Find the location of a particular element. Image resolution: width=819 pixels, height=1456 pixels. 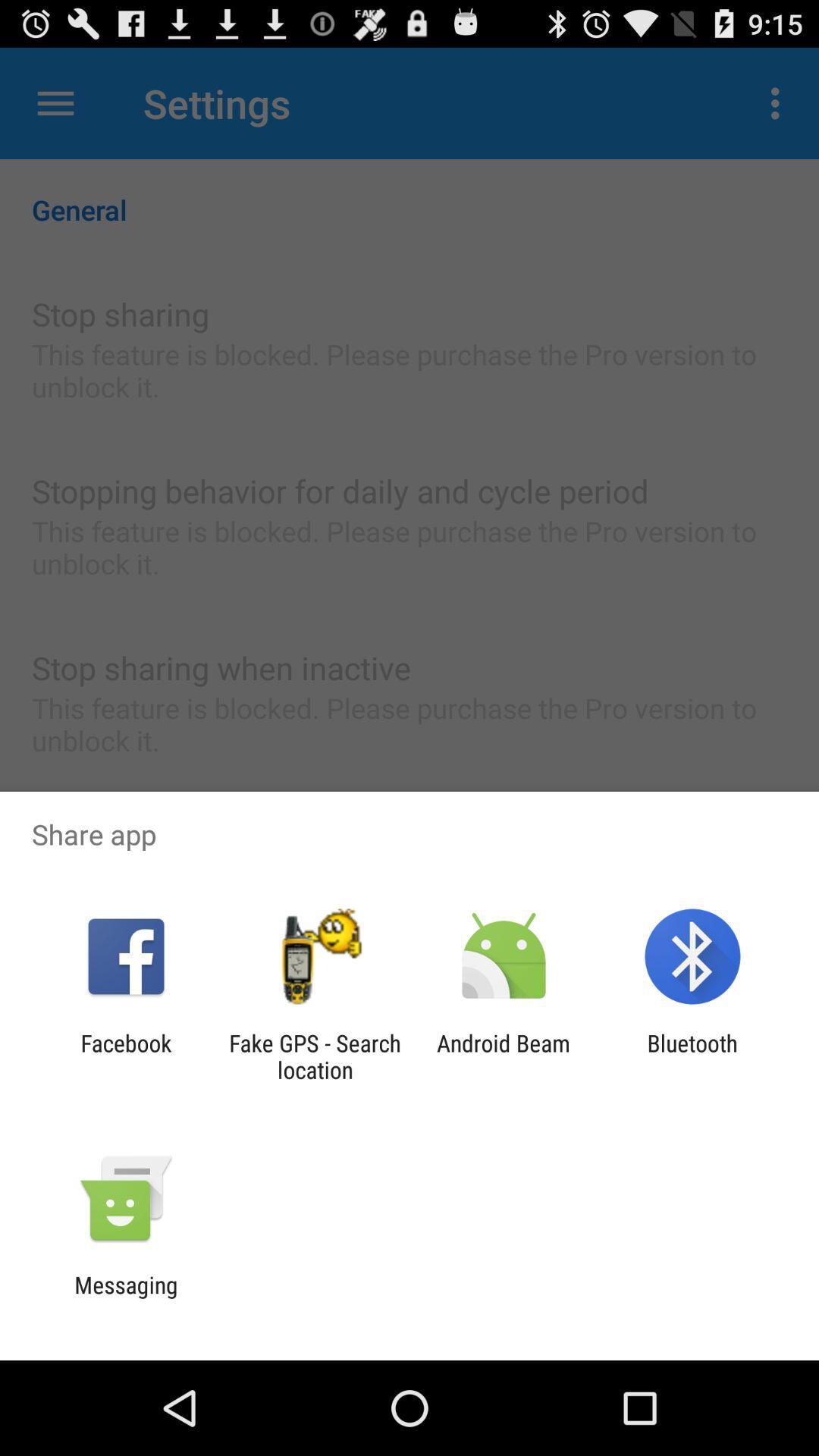

the item to the left of bluetooth app is located at coordinates (504, 1056).